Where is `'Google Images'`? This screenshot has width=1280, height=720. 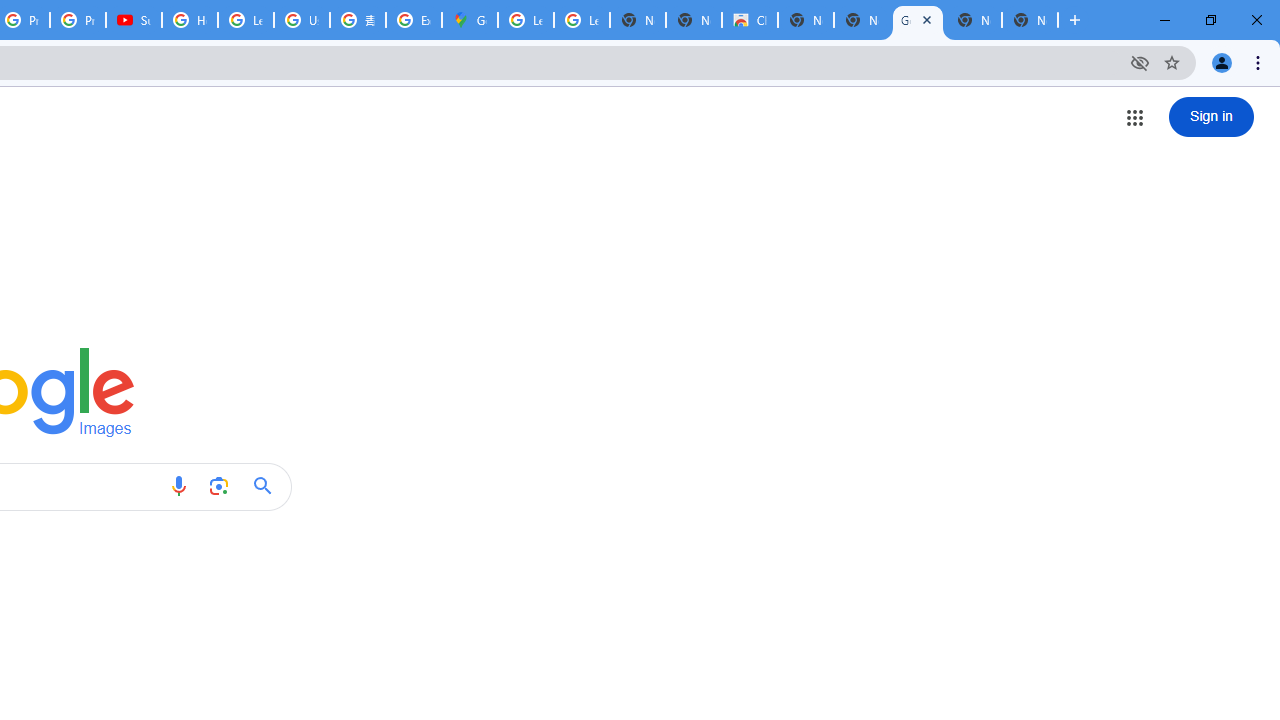 'Google Images' is located at coordinates (916, 20).